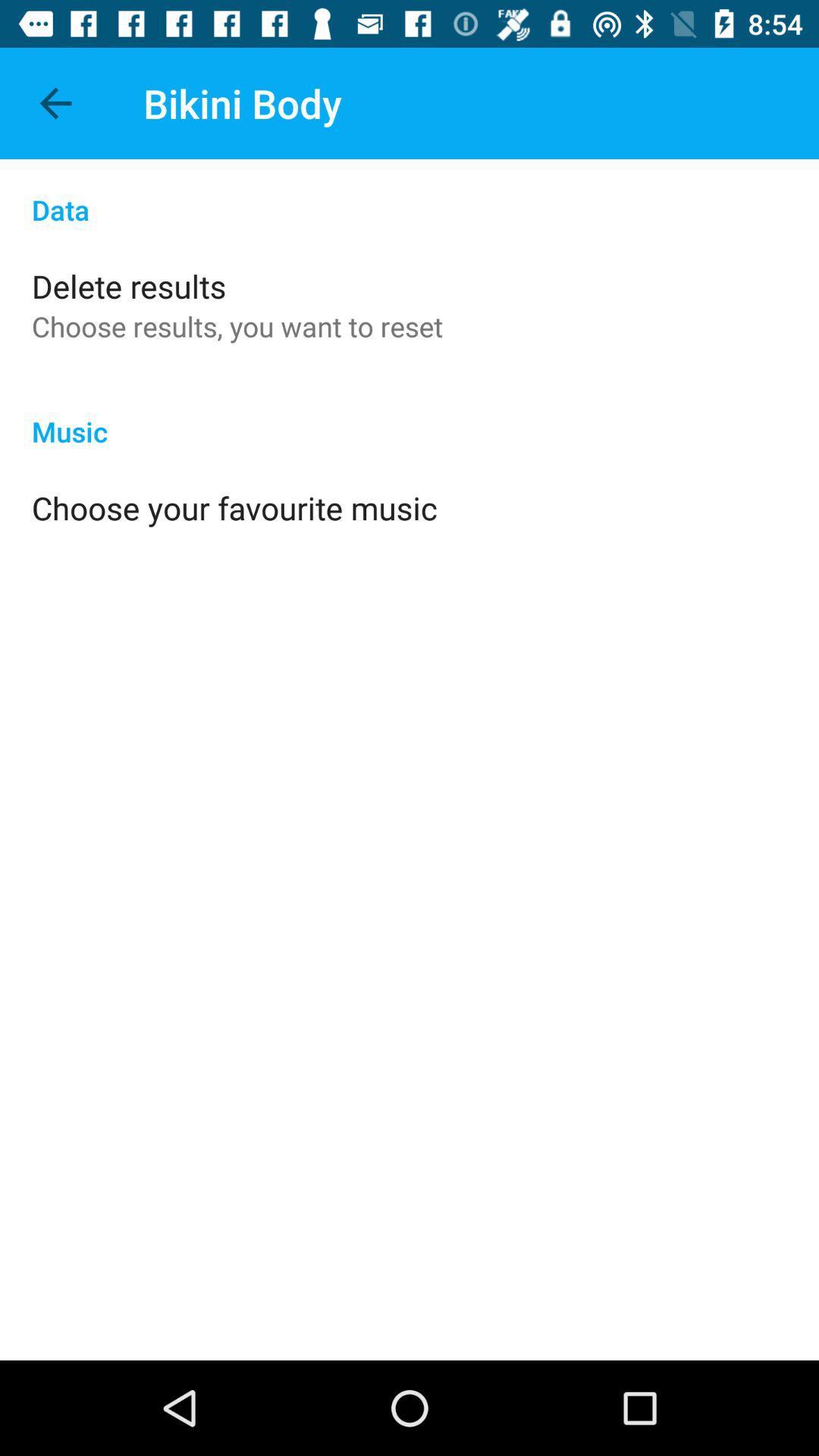 This screenshot has height=1456, width=819. I want to click on icon above choose results you app, so click(128, 286).